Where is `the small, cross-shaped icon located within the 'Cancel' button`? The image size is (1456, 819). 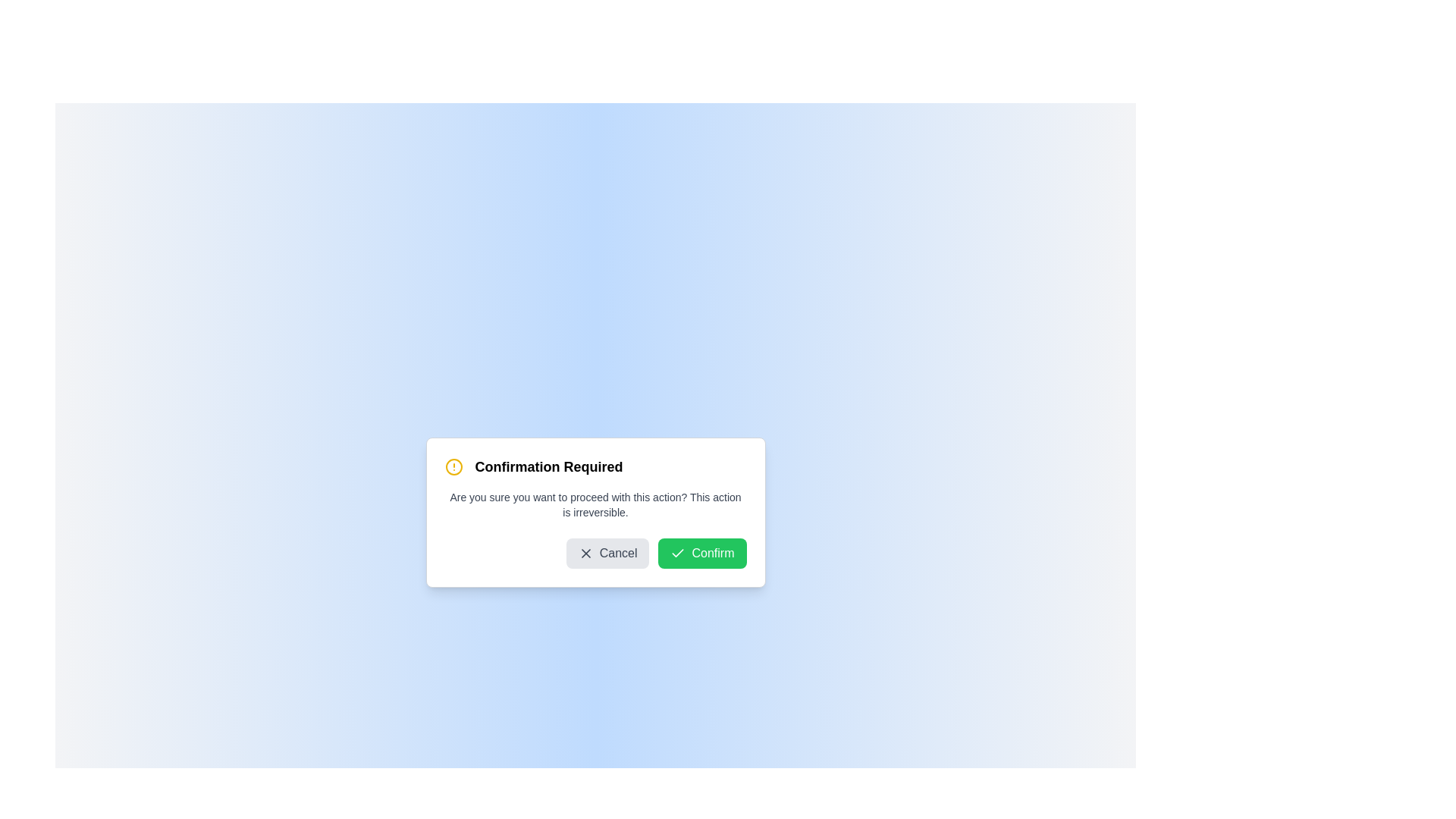 the small, cross-shaped icon located within the 'Cancel' button is located at coordinates (585, 553).